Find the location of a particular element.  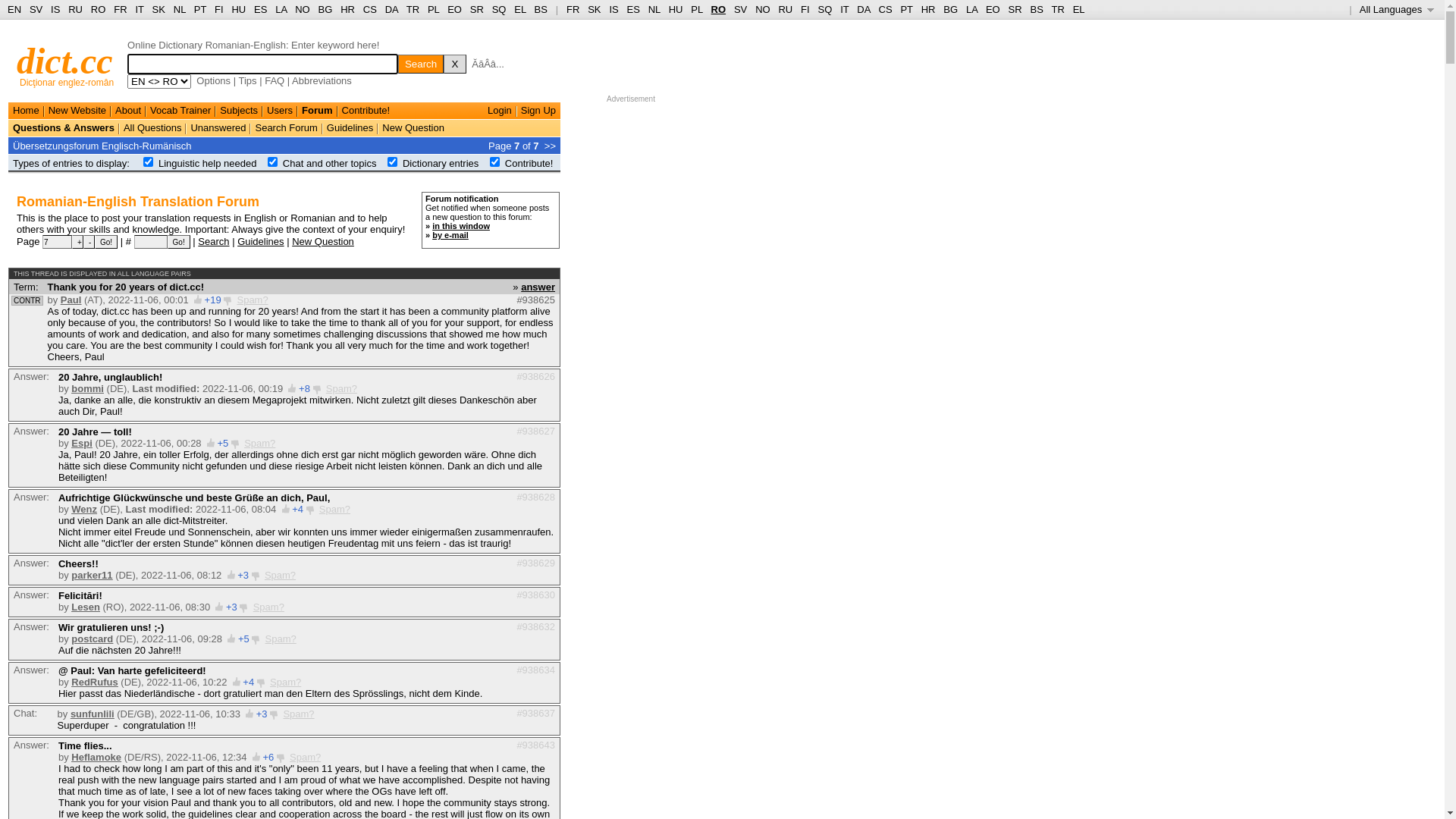

'Search Forum' is located at coordinates (286, 127).